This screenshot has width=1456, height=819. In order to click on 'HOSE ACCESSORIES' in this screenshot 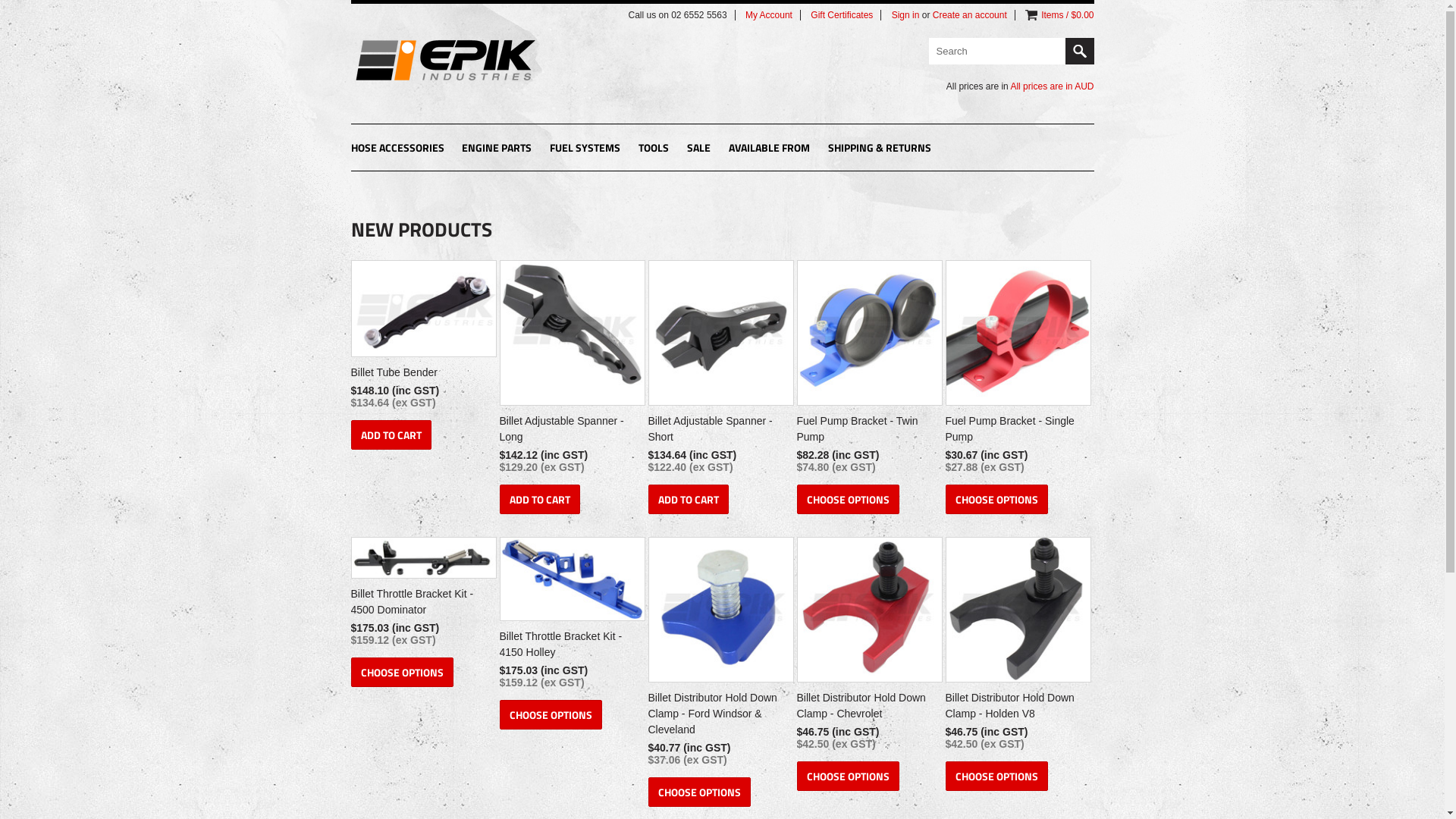, I will do `click(397, 149)`.